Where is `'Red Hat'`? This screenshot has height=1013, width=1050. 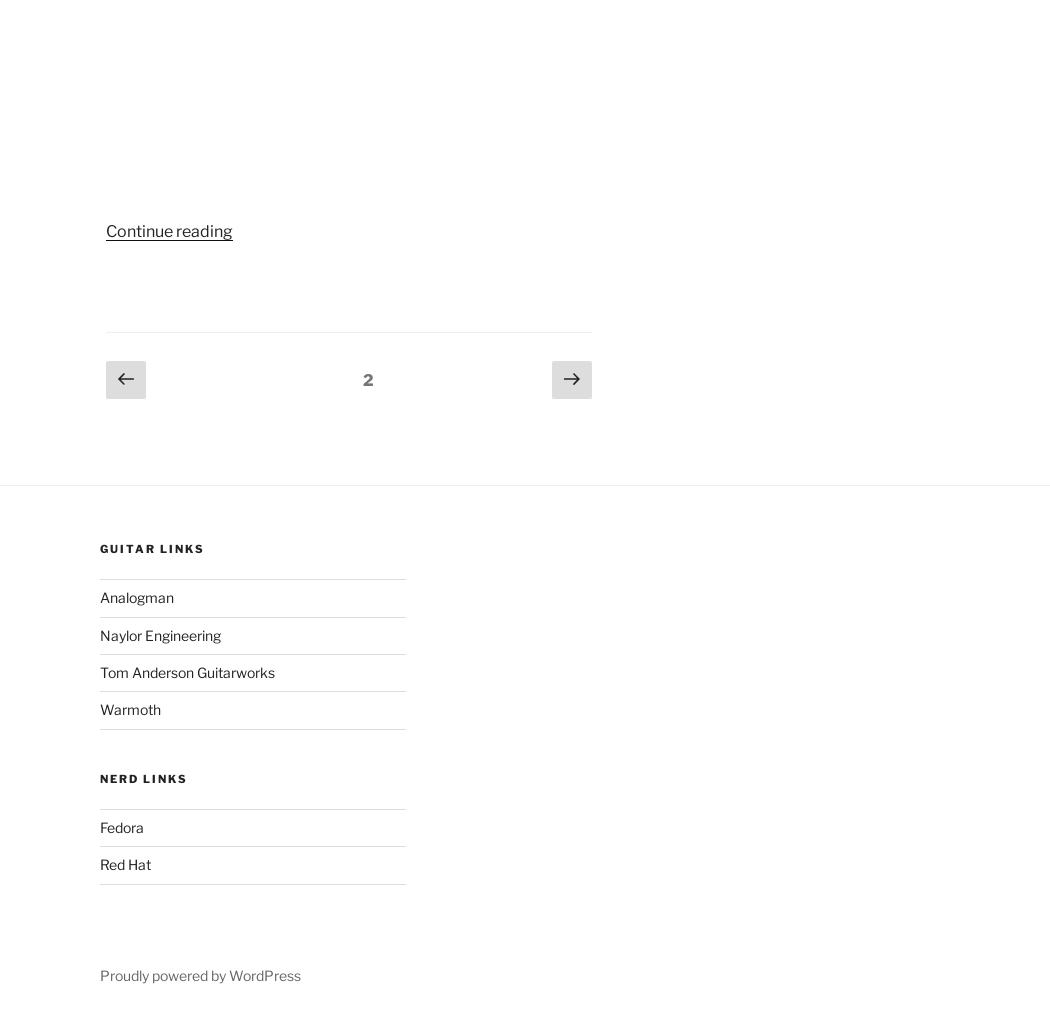
'Red Hat' is located at coordinates (123, 863).